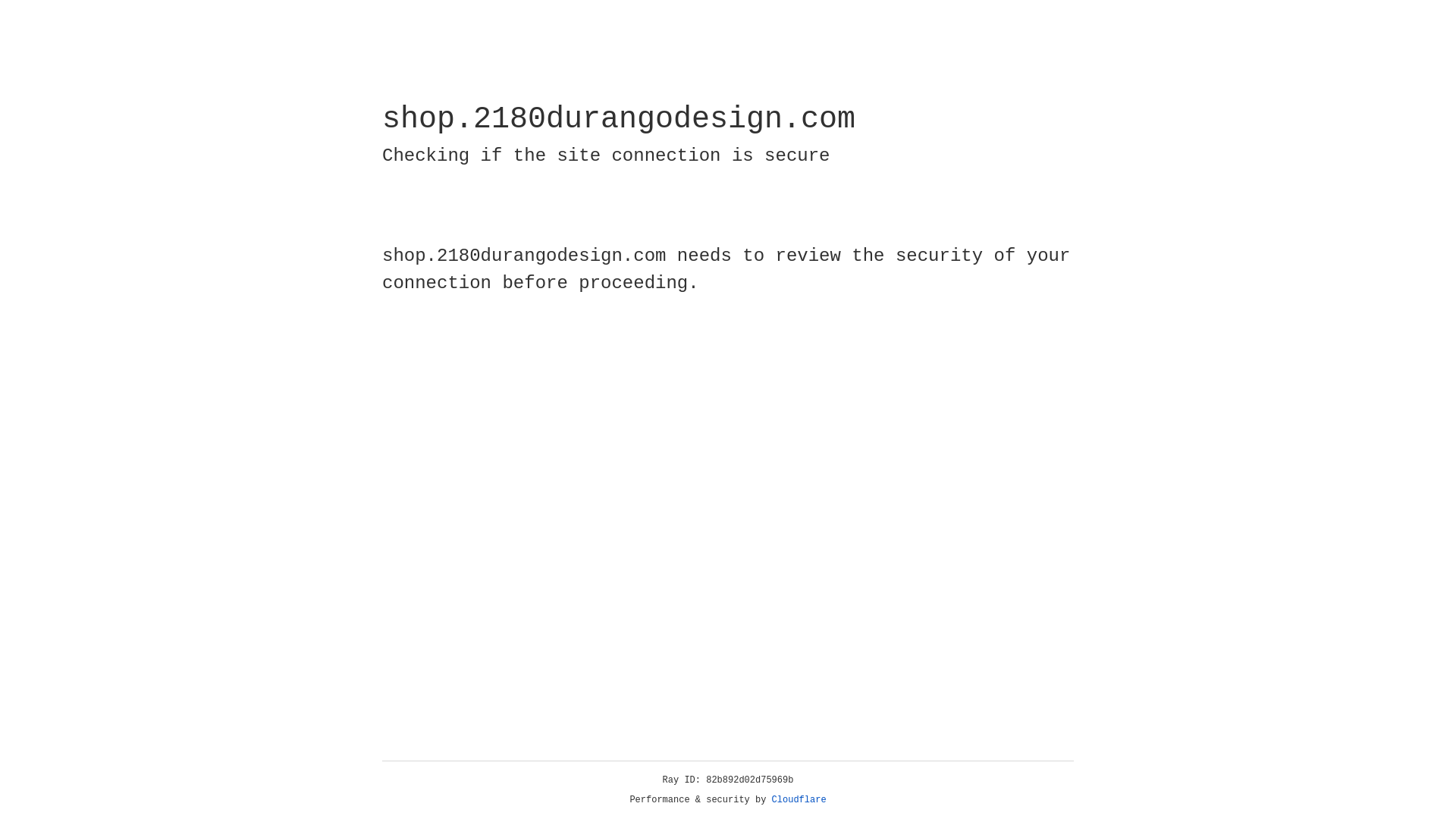 This screenshot has height=819, width=1456. What do you see at coordinates (799, 799) in the screenshot?
I see `'Cloudflare'` at bounding box center [799, 799].